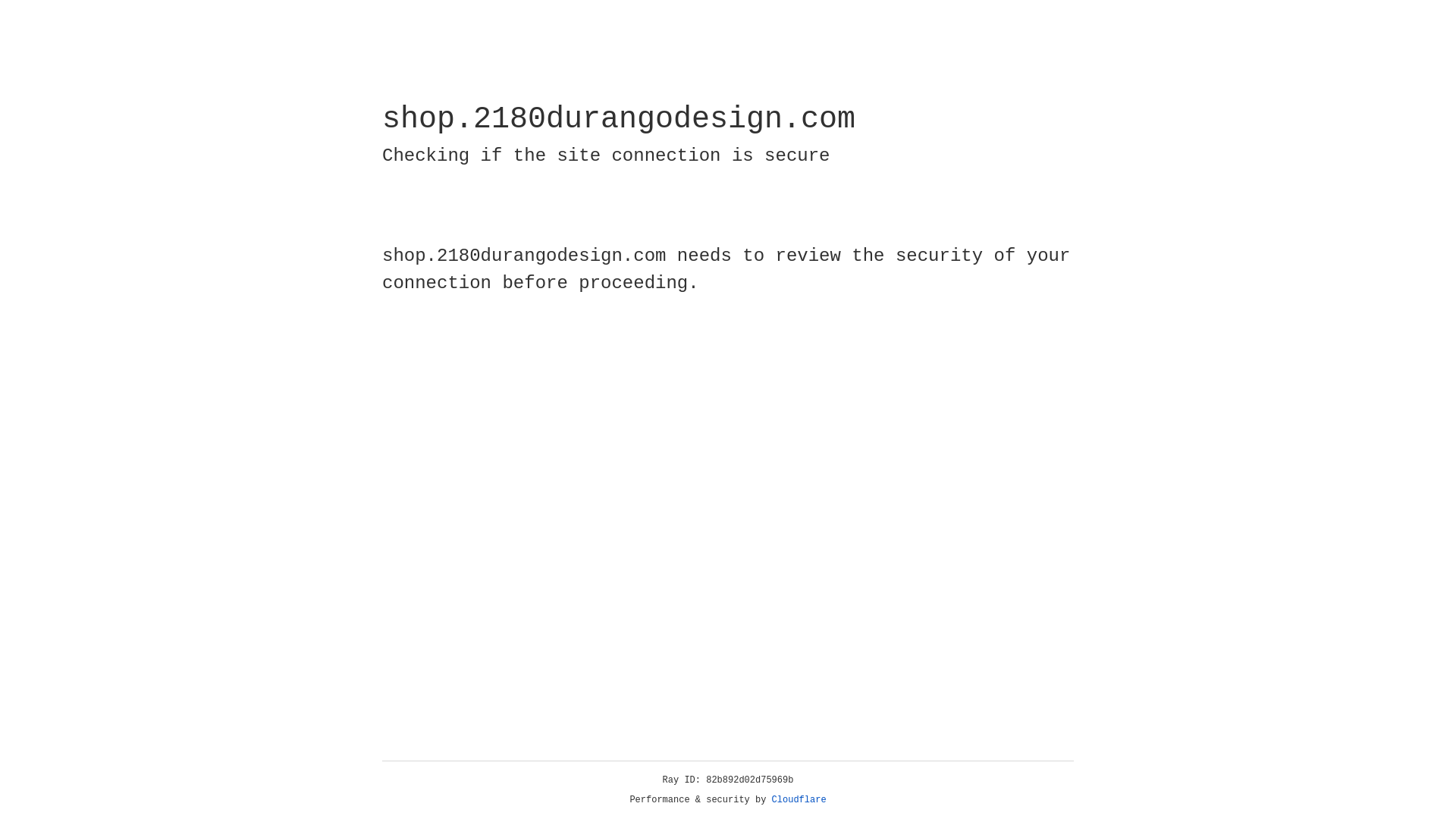 This screenshot has height=819, width=1456. What do you see at coordinates (799, 799) in the screenshot?
I see `'Cloudflare'` at bounding box center [799, 799].